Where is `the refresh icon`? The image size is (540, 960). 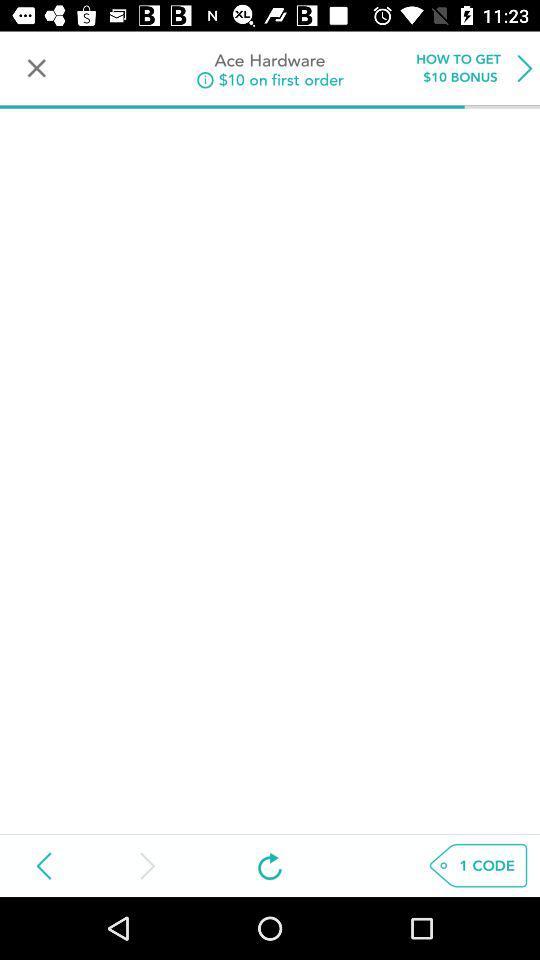
the refresh icon is located at coordinates (270, 864).